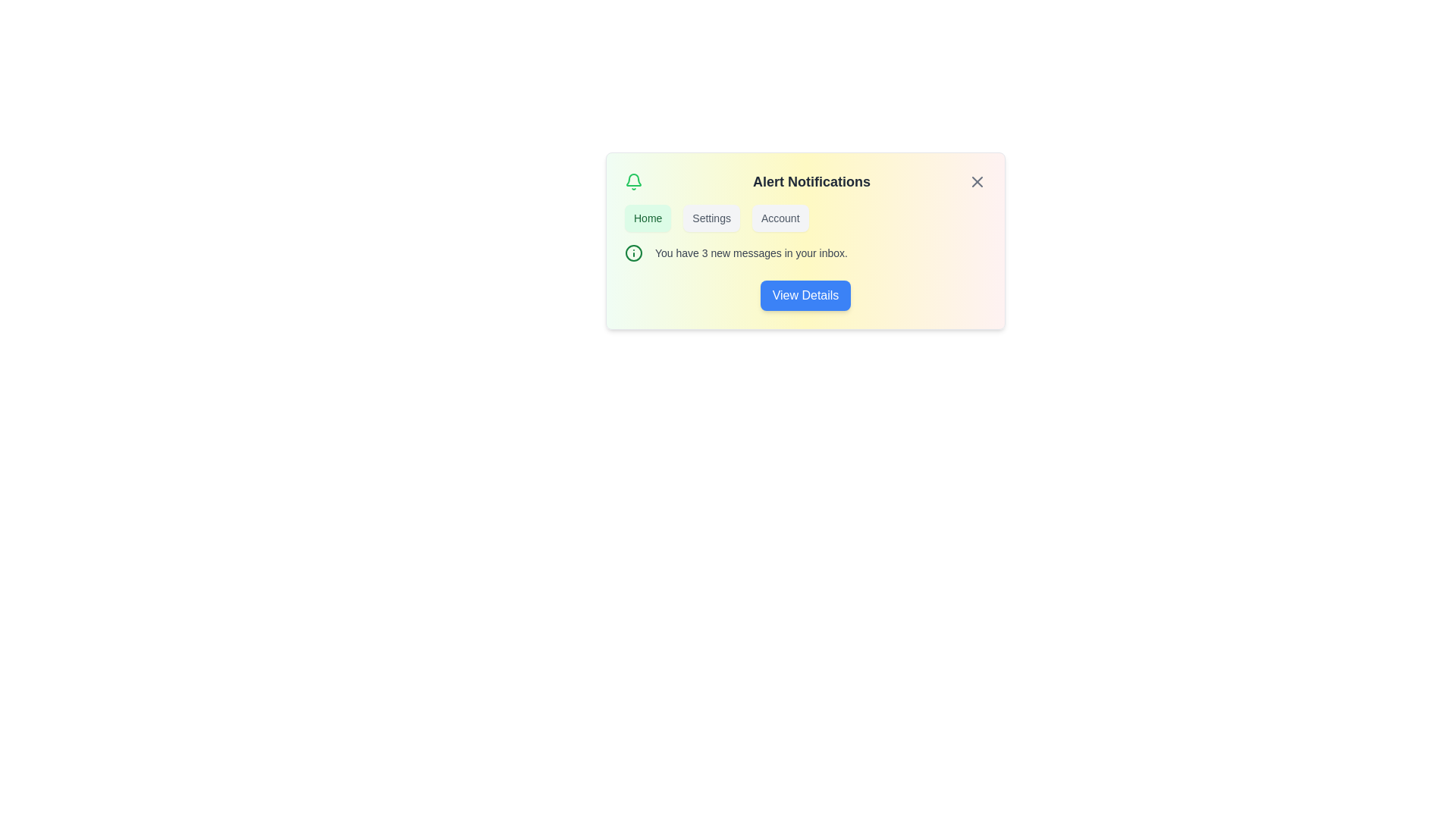 This screenshot has height=819, width=1456. Describe the element at coordinates (805, 295) in the screenshot. I see `the 'View Details' button` at that location.